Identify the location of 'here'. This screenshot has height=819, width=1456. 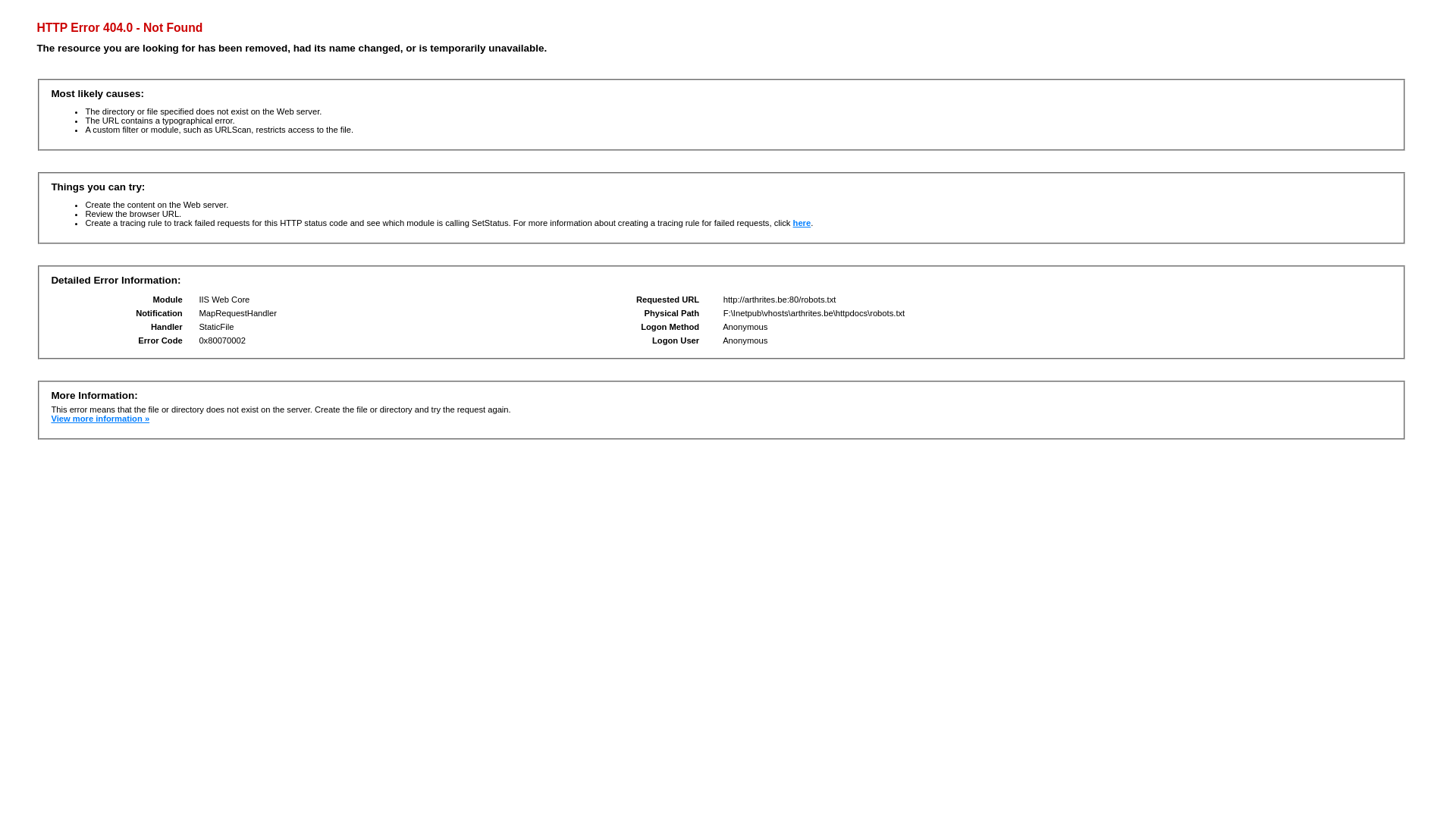
(801, 222).